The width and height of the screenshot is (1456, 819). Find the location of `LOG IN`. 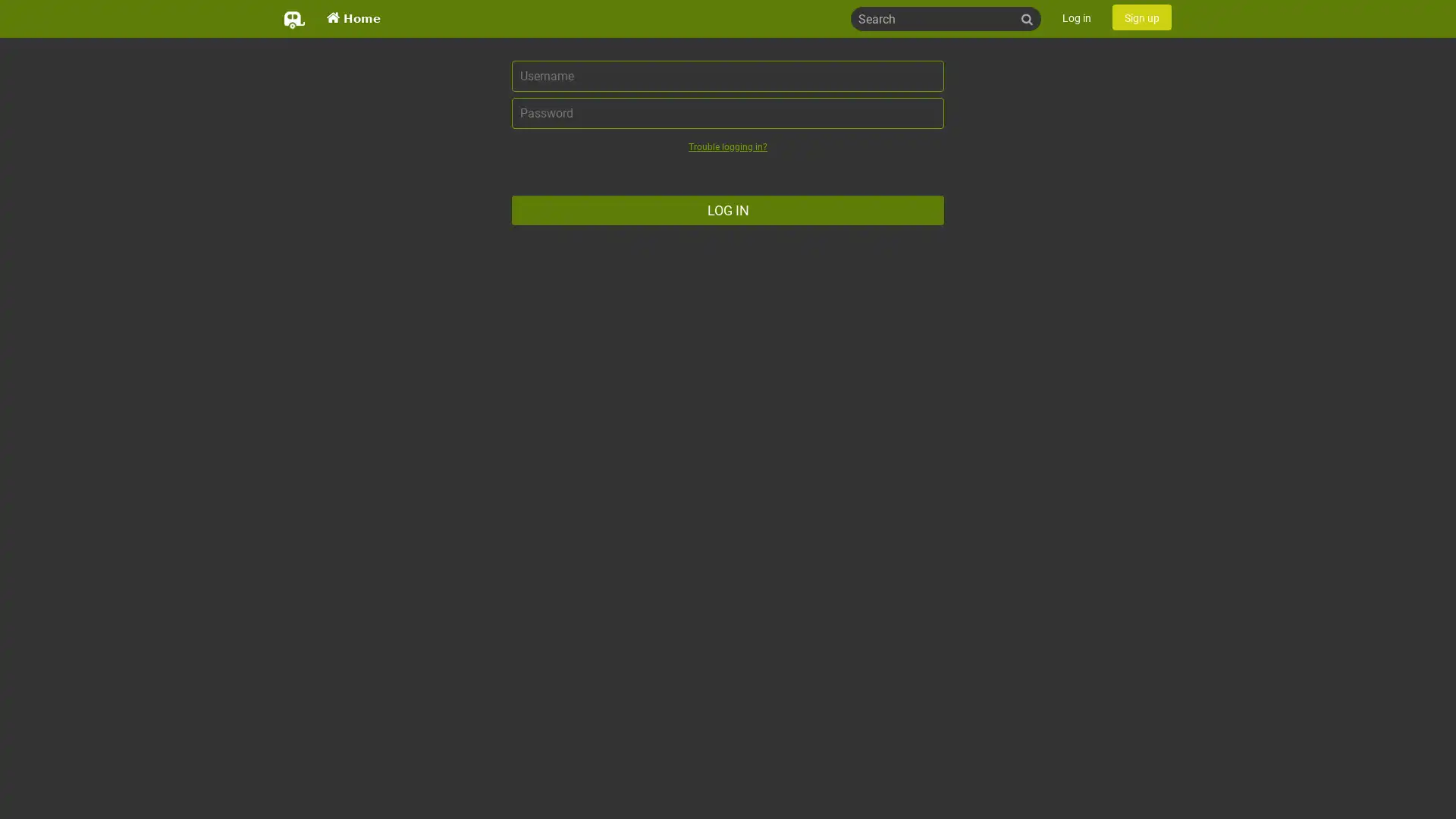

LOG IN is located at coordinates (728, 210).